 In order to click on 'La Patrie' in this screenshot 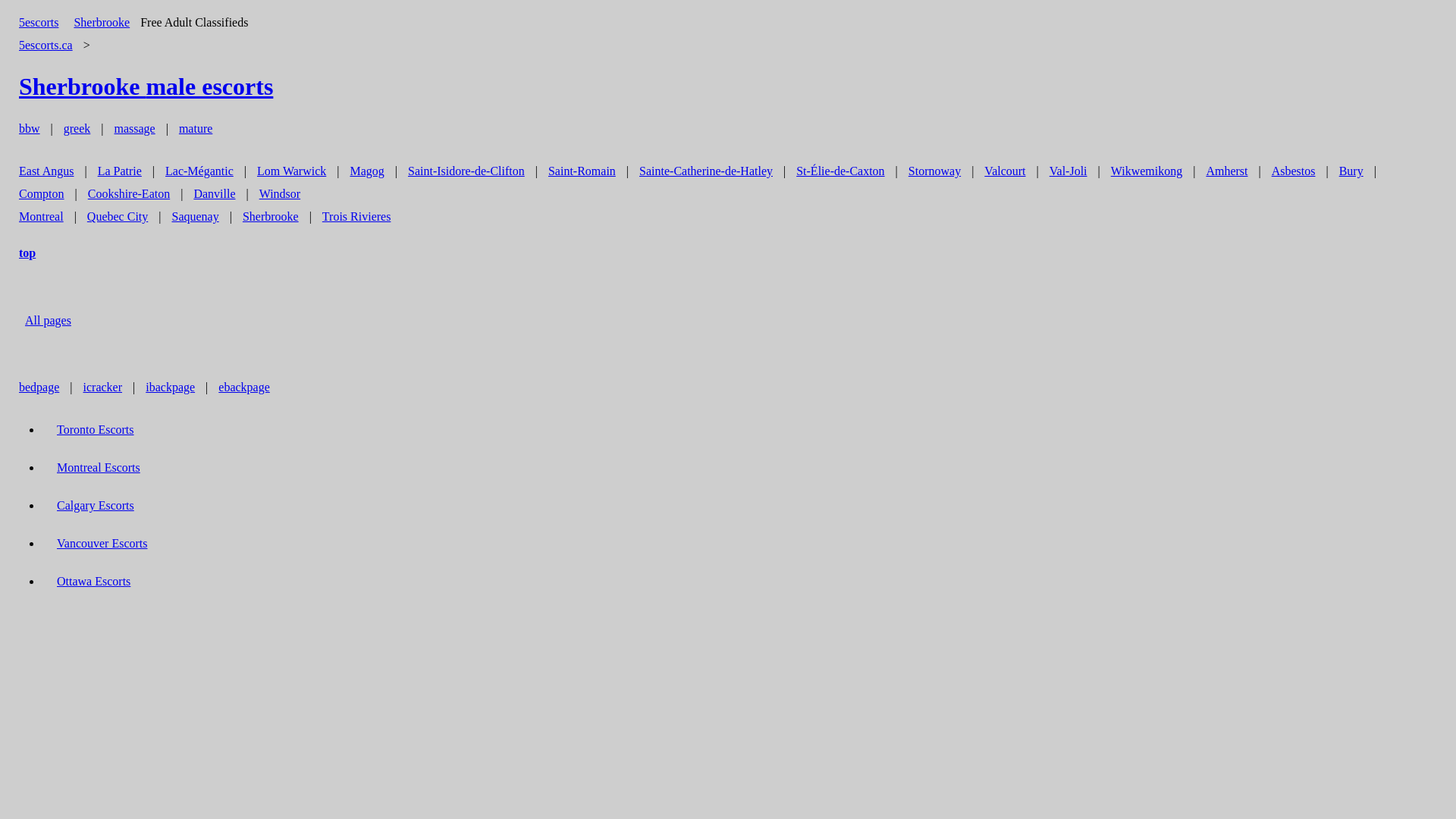, I will do `click(119, 171)`.